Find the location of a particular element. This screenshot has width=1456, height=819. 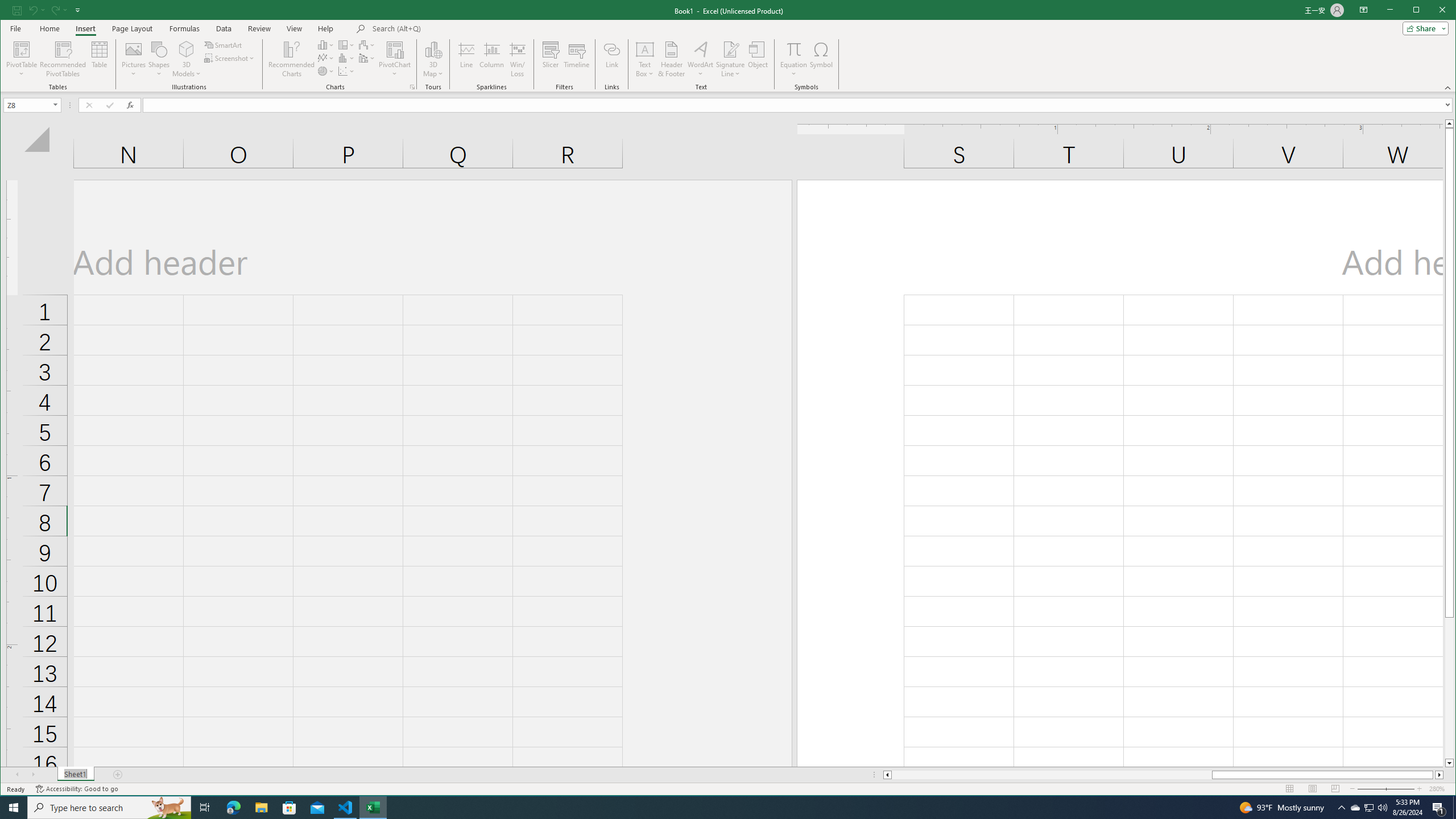

'Insert Waterfall, Funnel, Stock, Surface, or Radar Chart' is located at coordinates (366, 44).